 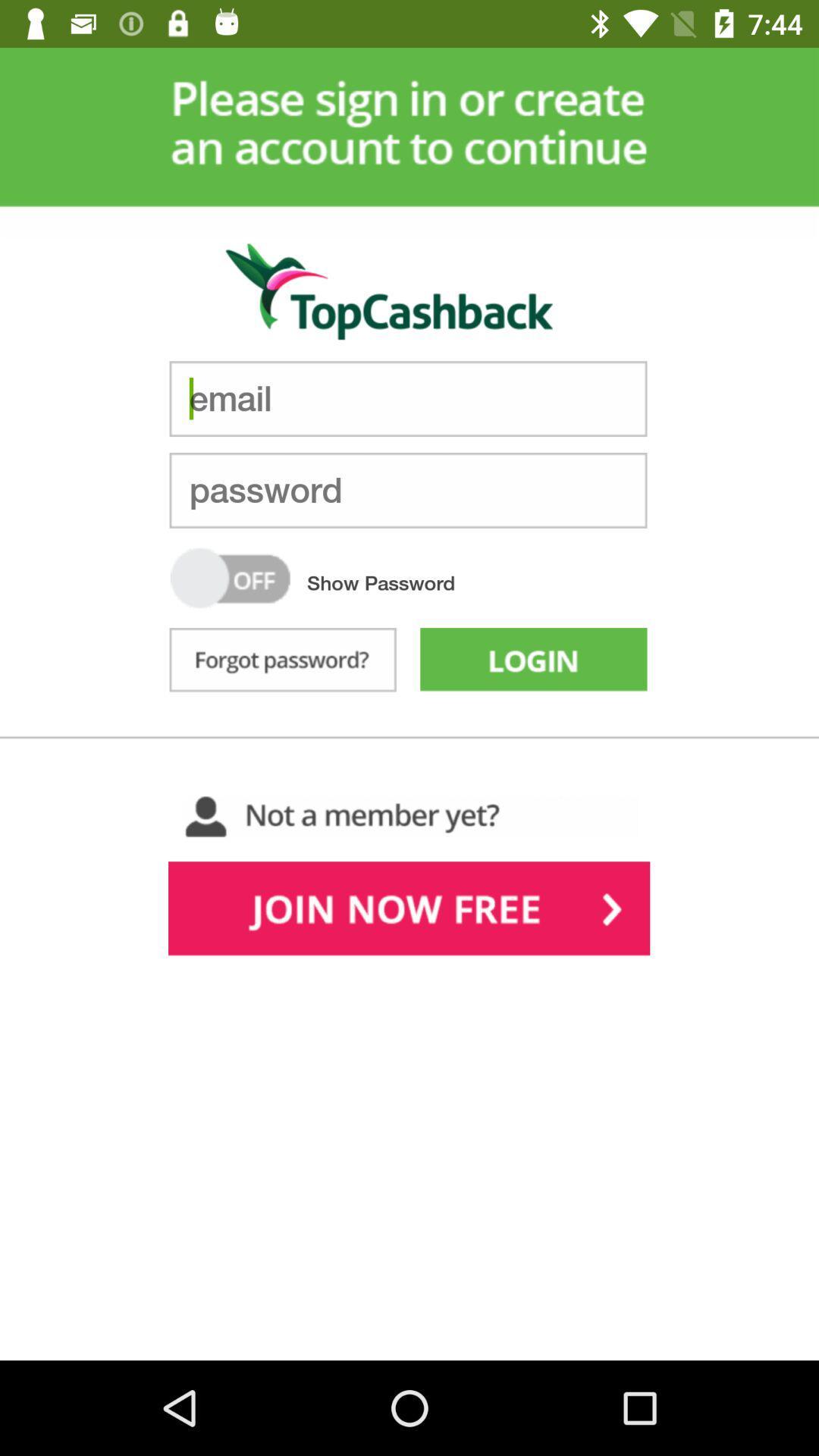 I want to click on password display, so click(x=230, y=577).